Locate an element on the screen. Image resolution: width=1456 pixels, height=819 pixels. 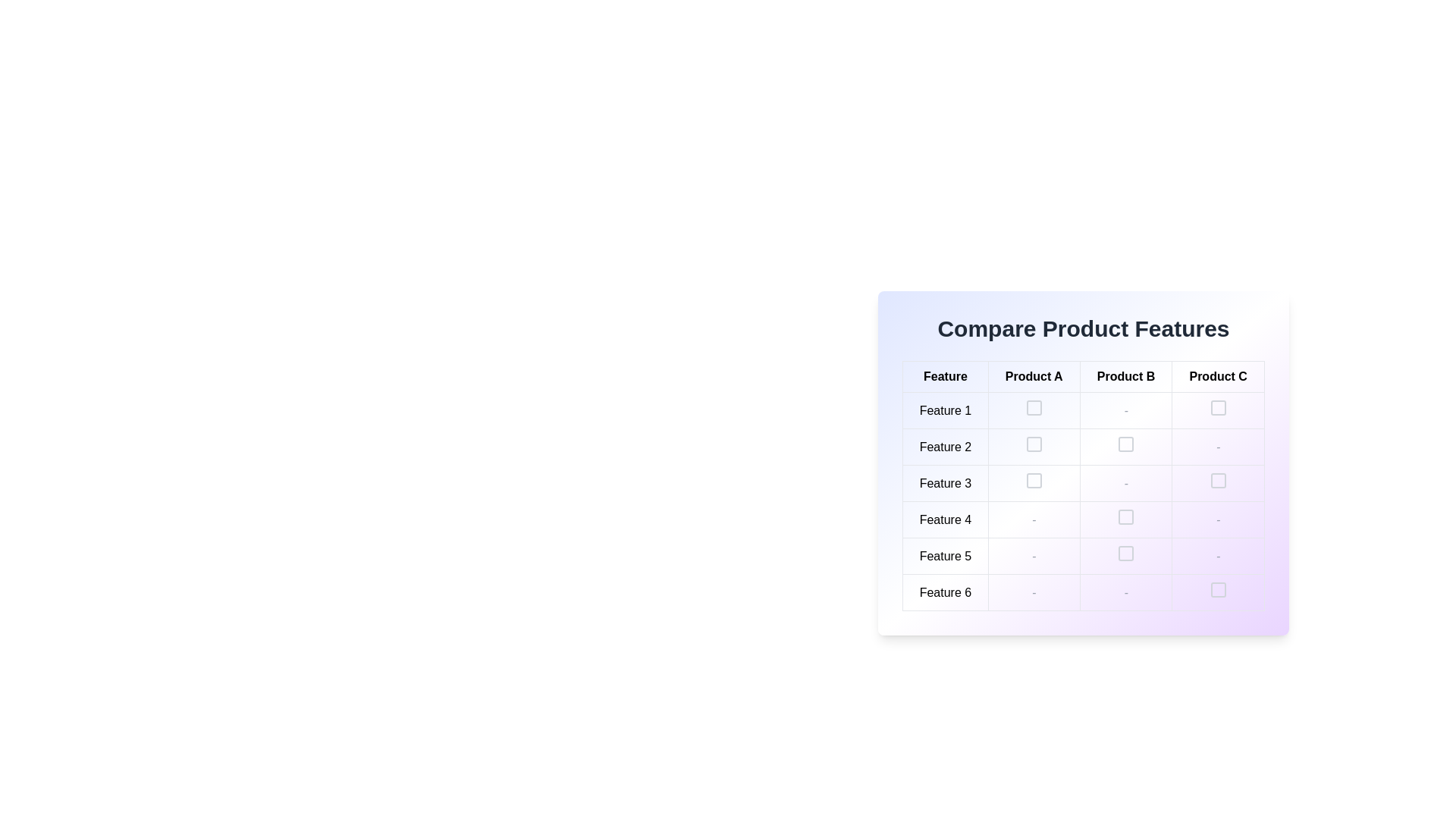
the text label displaying 'Feature 6' in black font on a white background, located in the first column of the last row of a table-like structure is located at coordinates (944, 591).